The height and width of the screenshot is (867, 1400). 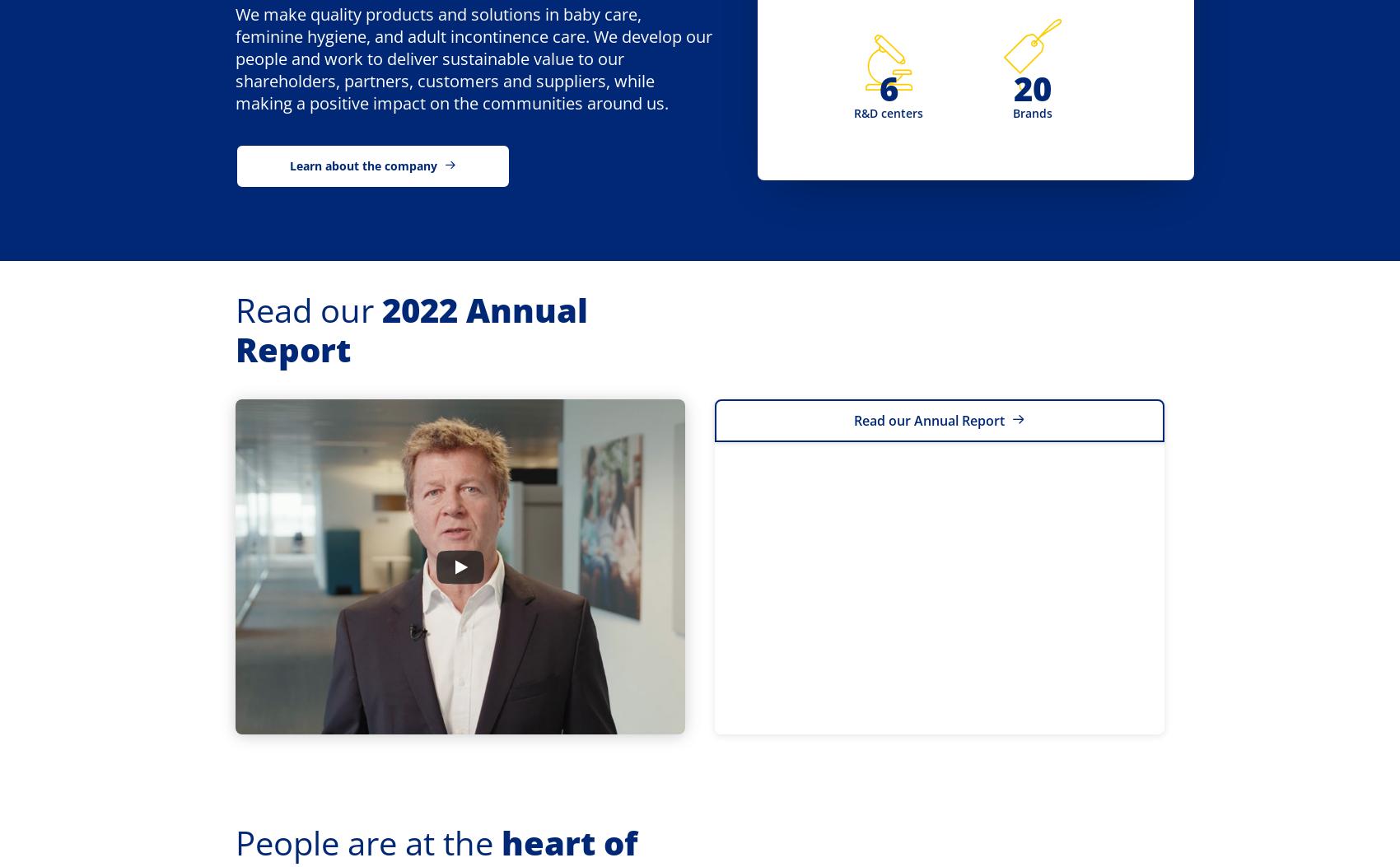 What do you see at coordinates (1012, 87) in the screenshot?
I see `'20'` at bounding box center [1012, 87].